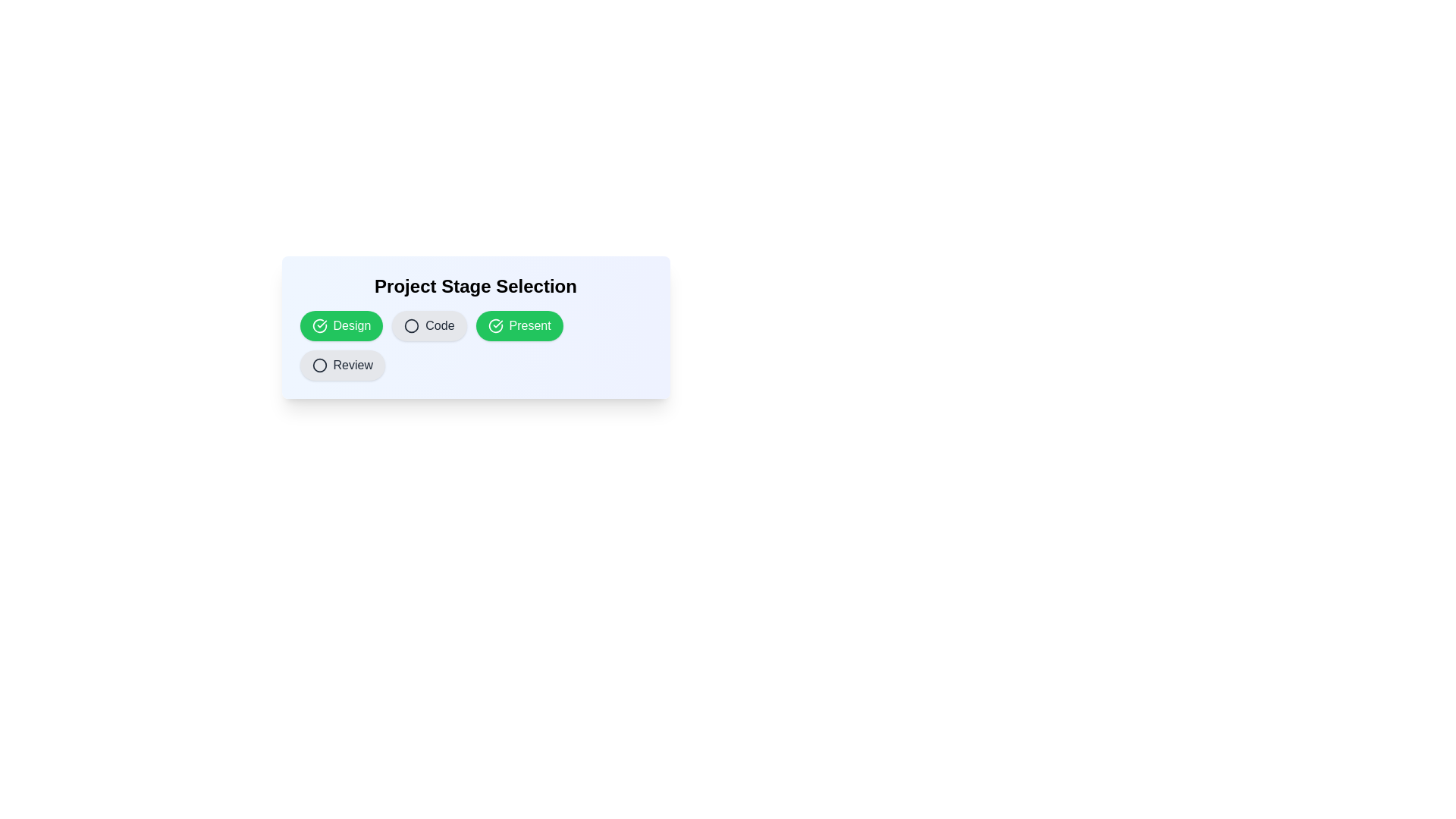 The height and width of the screenshot is (819, 1456). Describe the element at coordinates (341, 366) in the screenshot. I see `the chip labeled Review` at that location.